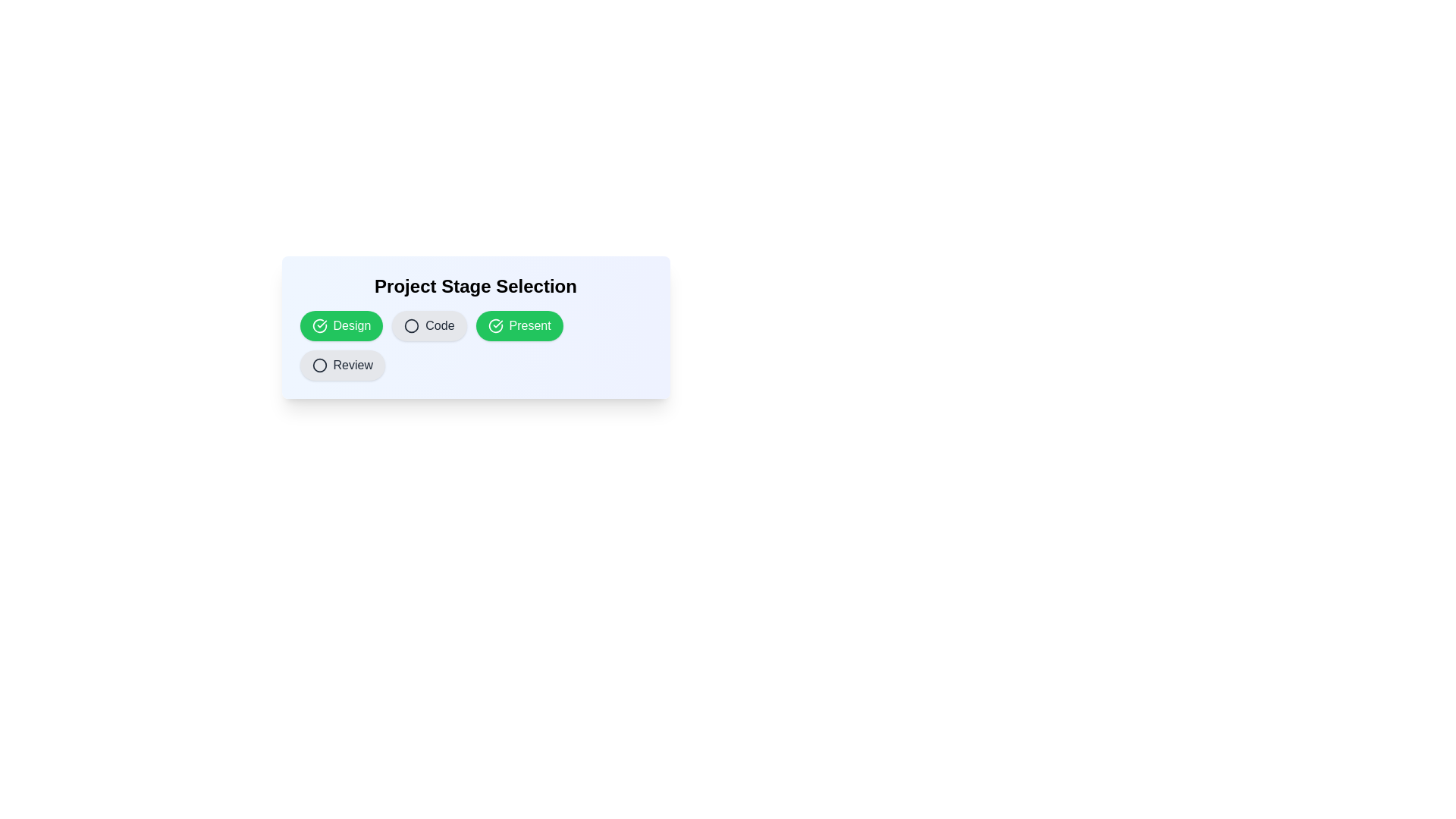 The height and width of the screenshot is (819, 1456). Describe the element at coordinates (341, 366) in the screenshot. I see `the chip labeled Review` at that location.